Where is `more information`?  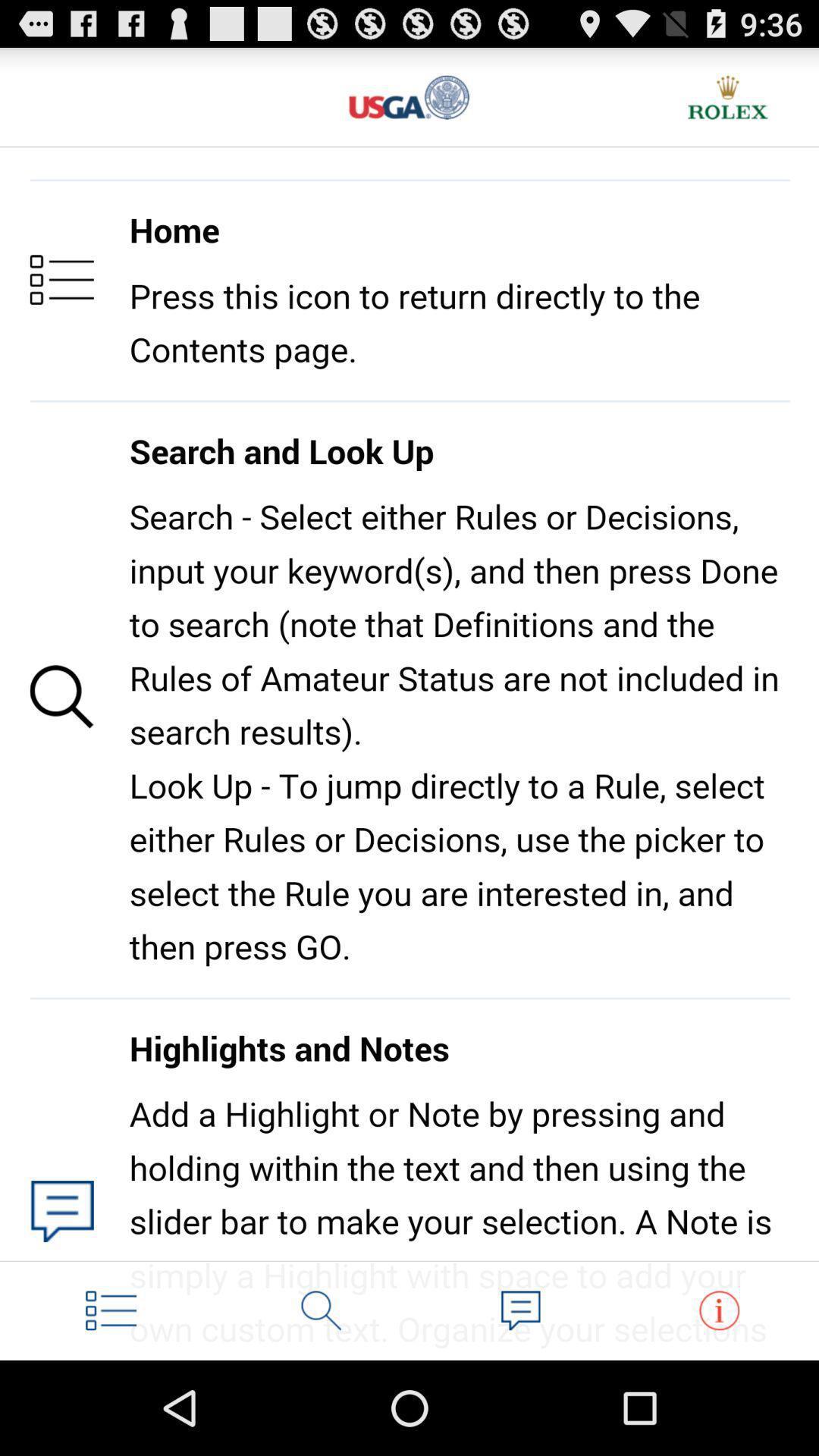 more information is located at coordinates (718, 1310).